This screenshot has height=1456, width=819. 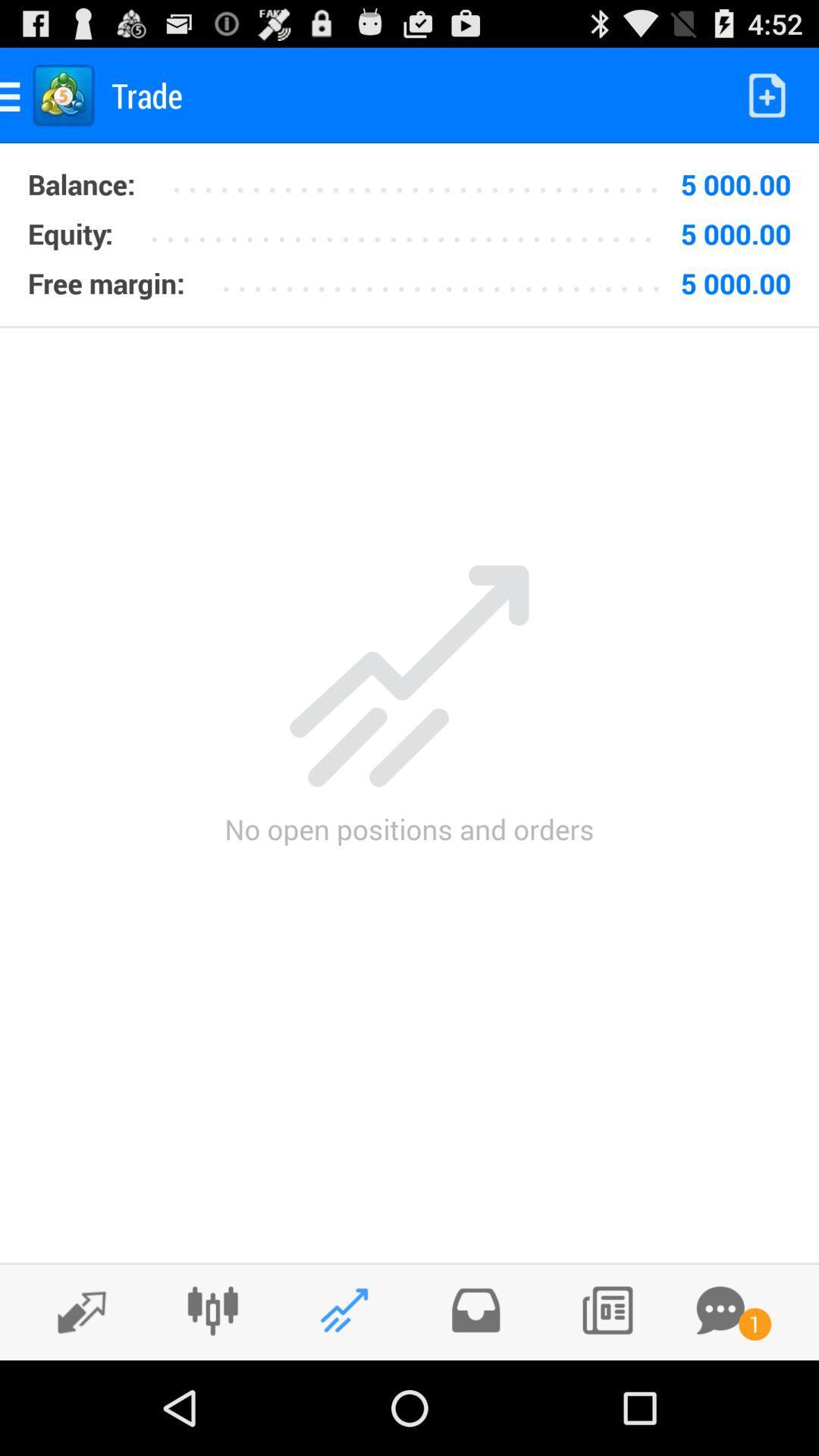 What do you see at coordinates (70, 233) in the screenshot?
I see `the item below the balance: item` at bounding box center [70, 233].